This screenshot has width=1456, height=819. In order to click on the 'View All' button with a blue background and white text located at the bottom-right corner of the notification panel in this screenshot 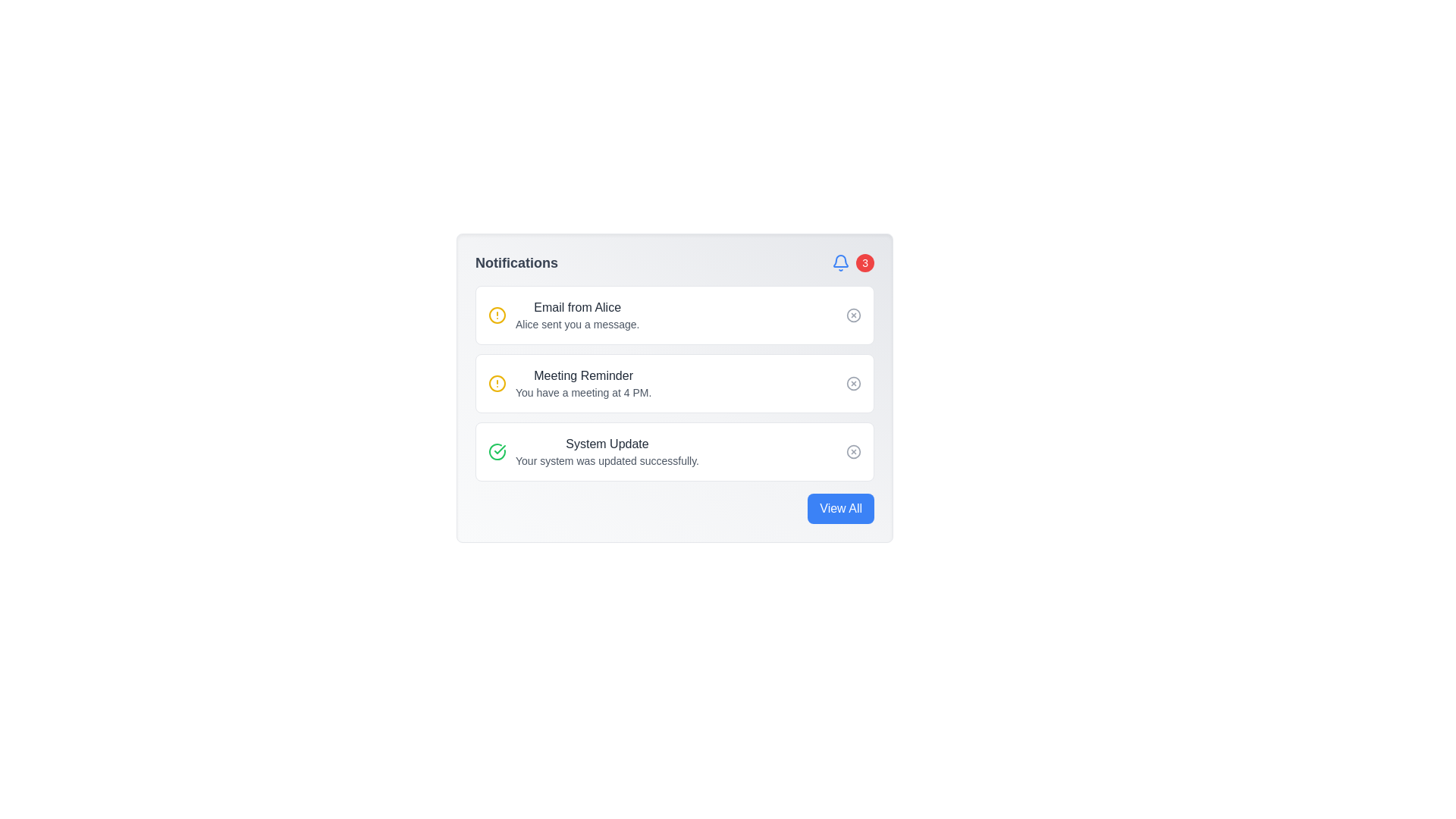, I will do `click(840, 509)`.